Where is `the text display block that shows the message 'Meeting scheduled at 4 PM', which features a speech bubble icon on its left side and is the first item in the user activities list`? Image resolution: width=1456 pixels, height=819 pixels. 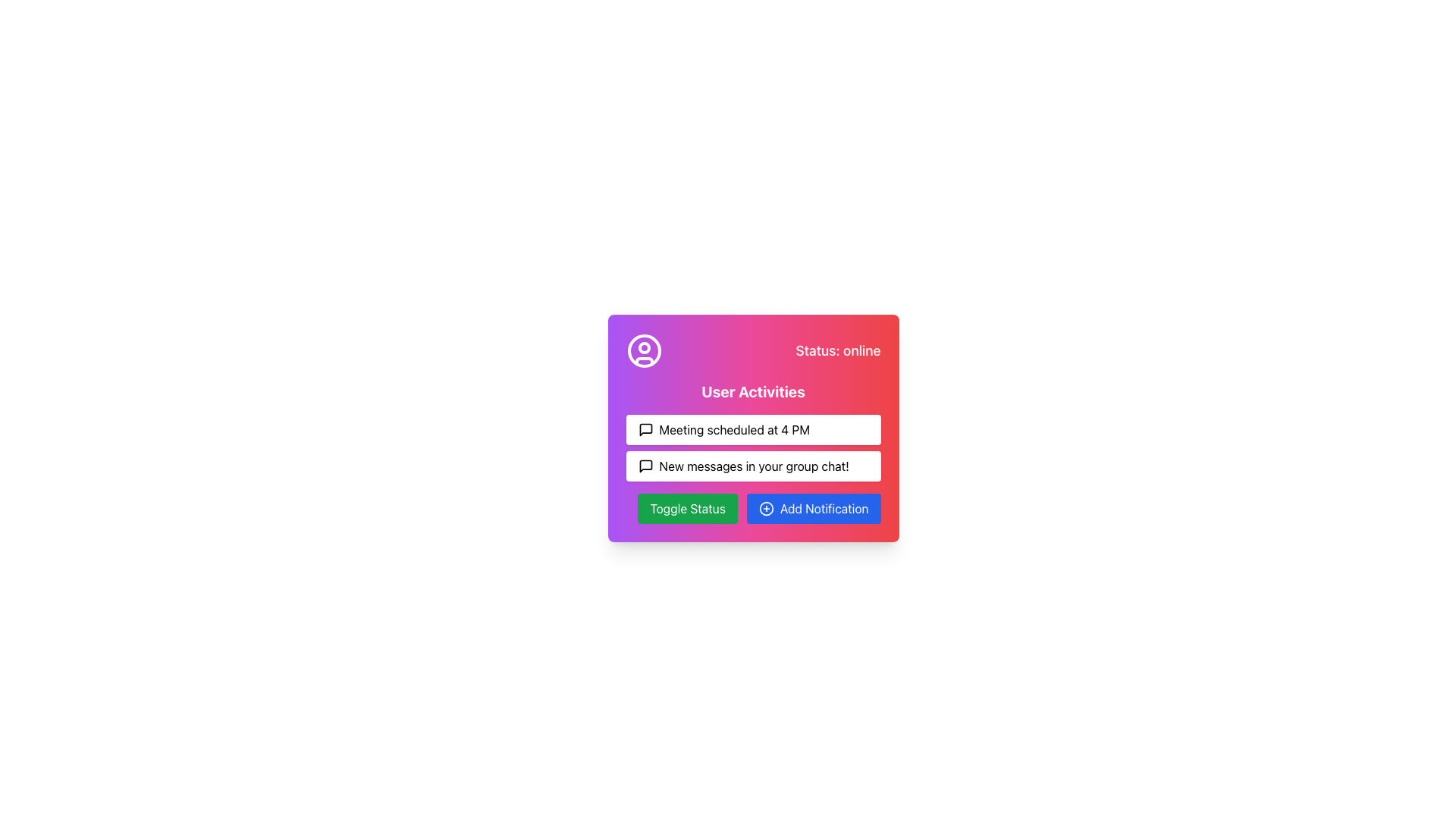 the text display block that shows the message 'Meeting scheduled at 4 PM', which features a speech bubble icon on its left side and is the first item in the user activities list is located at coordinates (753, 430).